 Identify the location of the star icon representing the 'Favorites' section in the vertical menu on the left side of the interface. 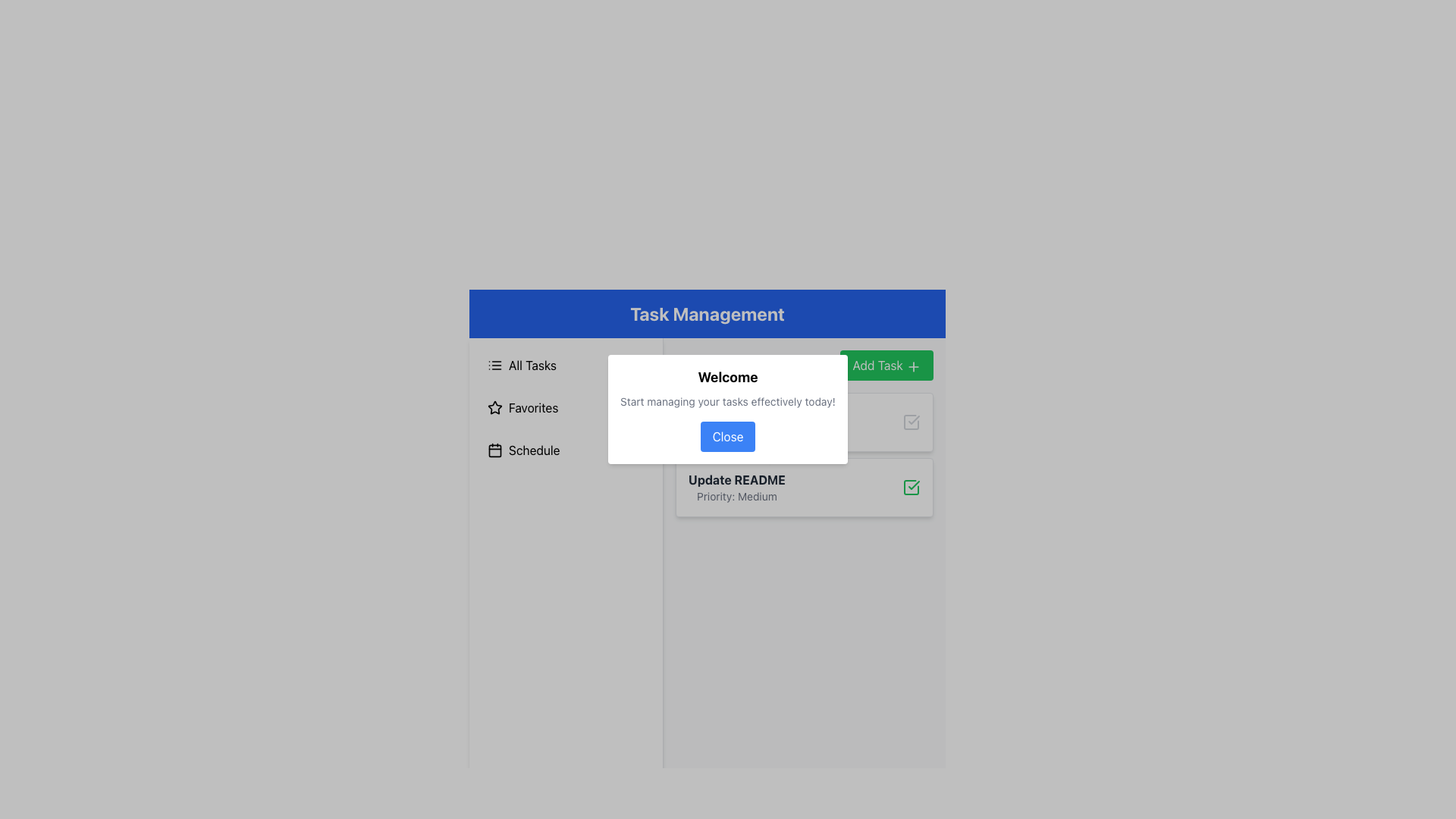
(494, 406).